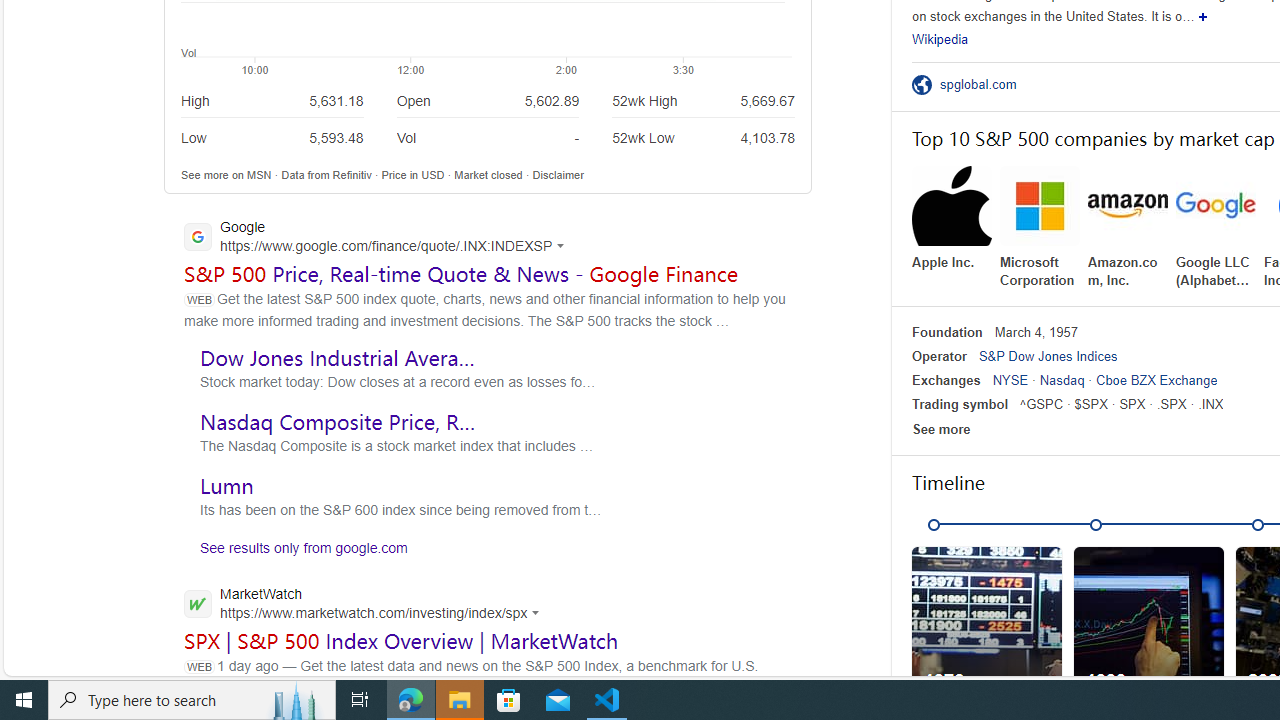 Image resolution: width=1280 pixels, height=720 pixels. What do you see at coordinates (538, 611) in the screenshot?
I see `'Actions for this site'` at bounding box center [538, 611].